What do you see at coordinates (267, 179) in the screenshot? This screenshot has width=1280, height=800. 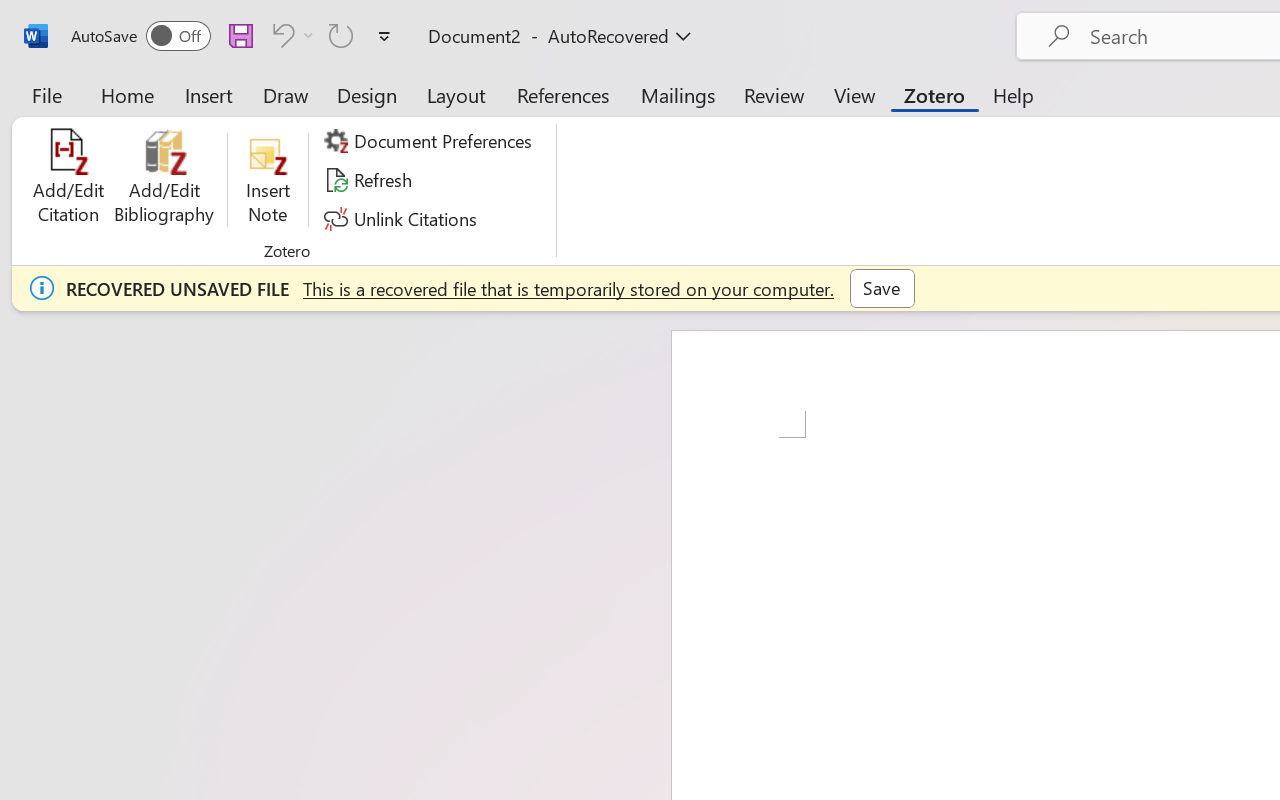 I see `'Insert Note'` at bounding box center [267, 179].